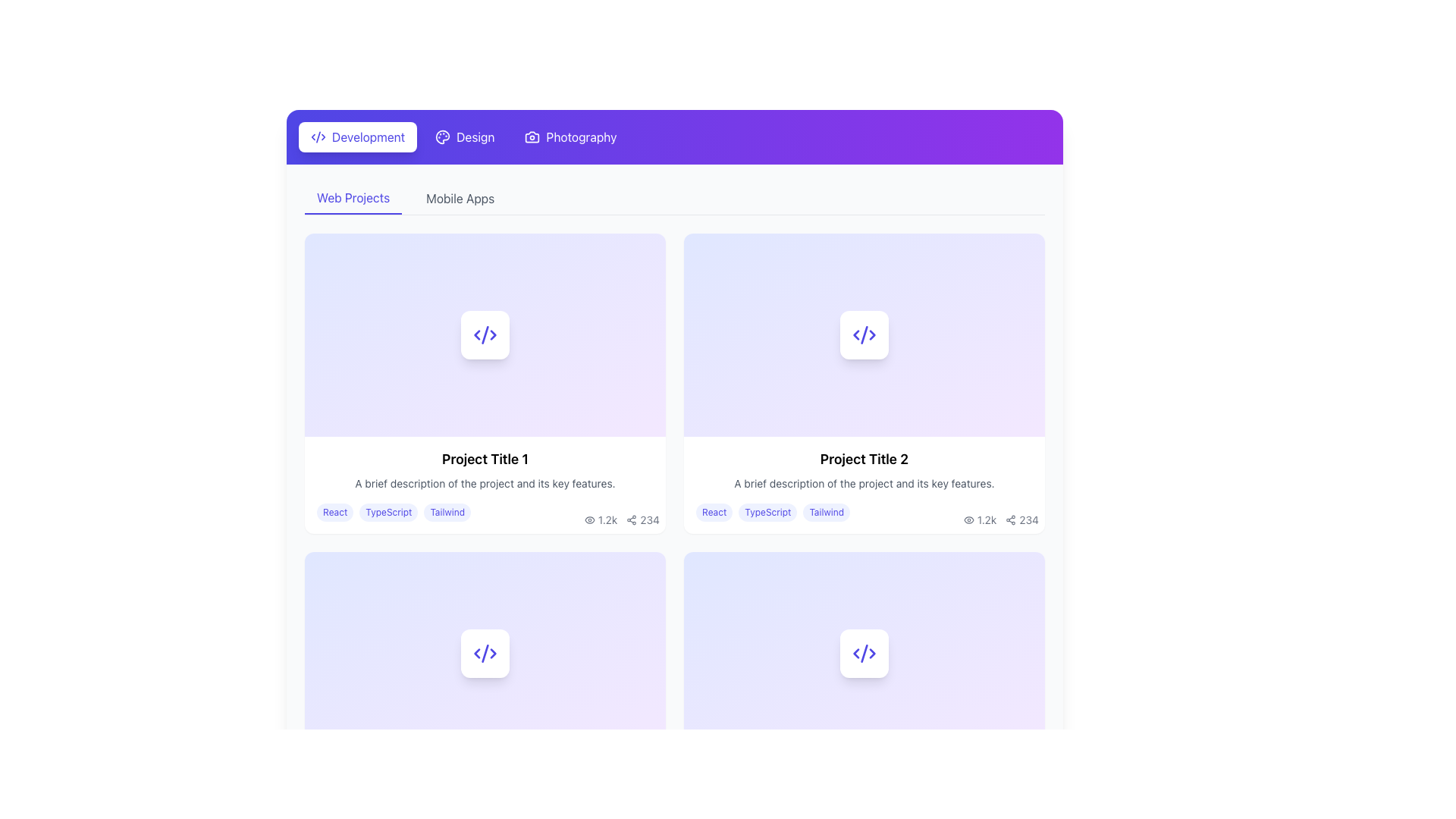 Image resolution: width=1456 pixels, height=819 pixels. I want to click on the 'Development' static text label located in the navigation bar, so click(369, 137).